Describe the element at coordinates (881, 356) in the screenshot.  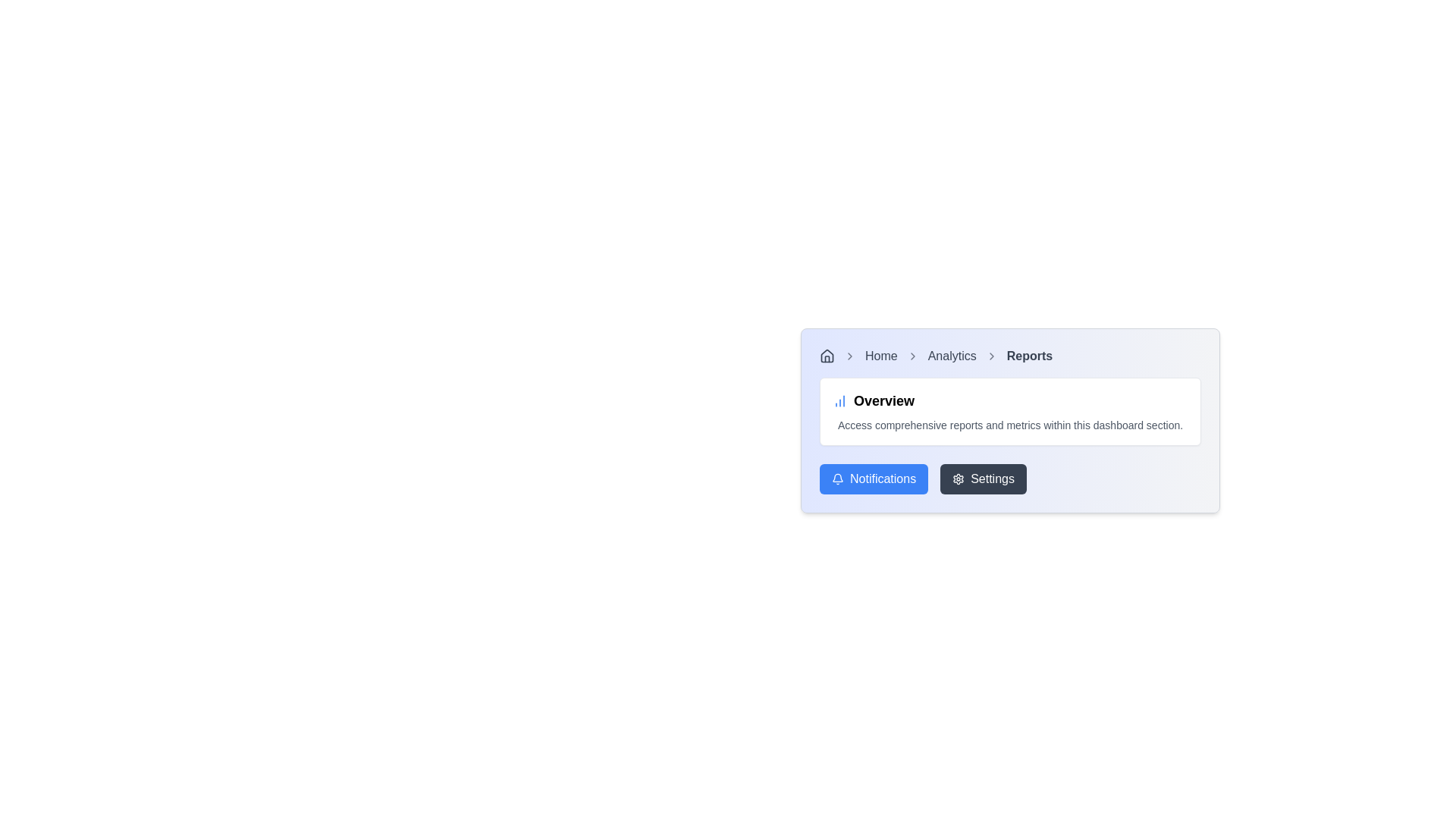
I see `the 'Home' text label in the breadcrumb navigation` at that location.